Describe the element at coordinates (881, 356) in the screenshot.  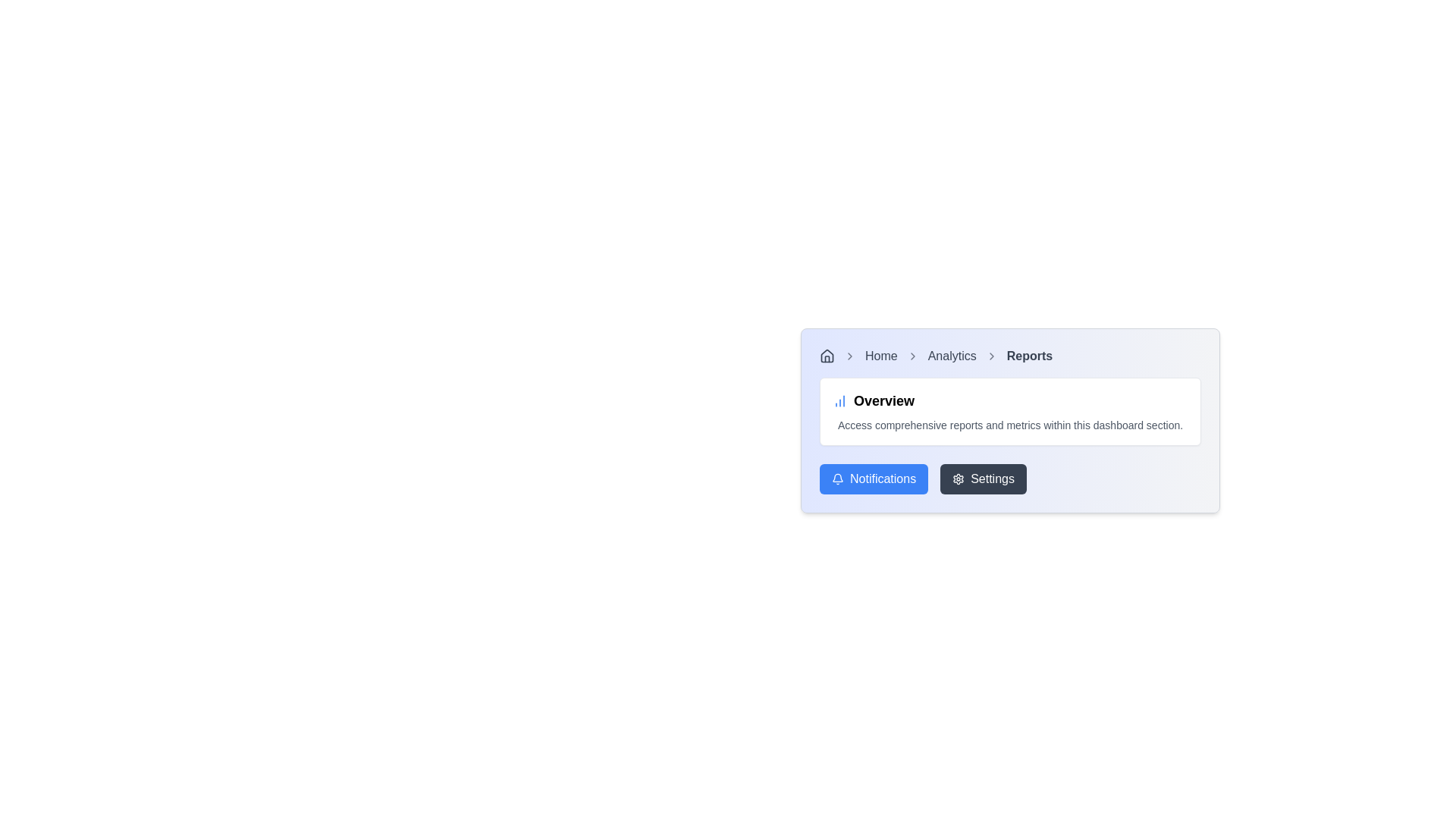
I see `the 'Home' text label in the breadcrumb navigation` at that location.